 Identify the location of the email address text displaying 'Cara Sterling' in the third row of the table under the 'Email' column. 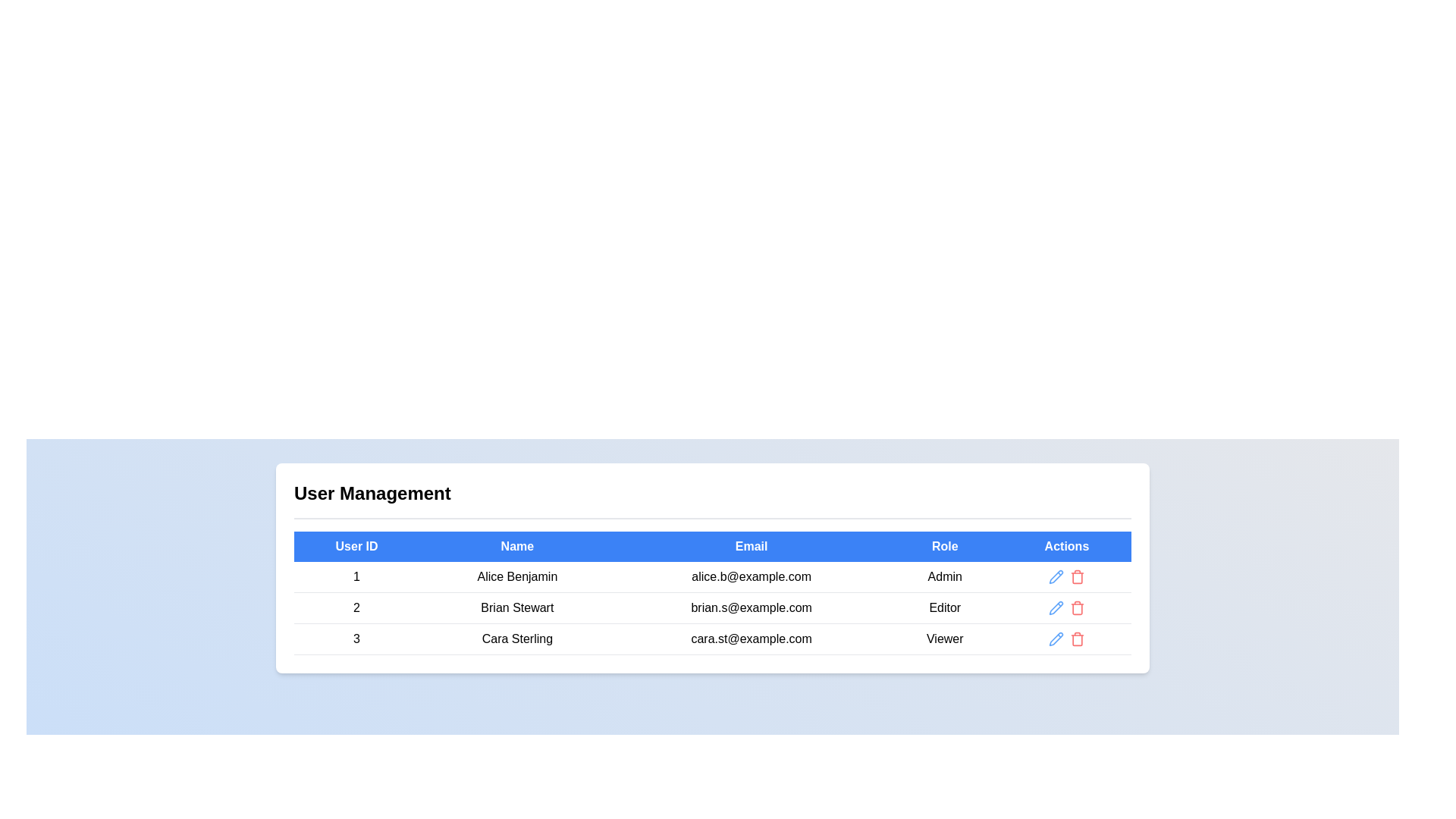
(752, 639).